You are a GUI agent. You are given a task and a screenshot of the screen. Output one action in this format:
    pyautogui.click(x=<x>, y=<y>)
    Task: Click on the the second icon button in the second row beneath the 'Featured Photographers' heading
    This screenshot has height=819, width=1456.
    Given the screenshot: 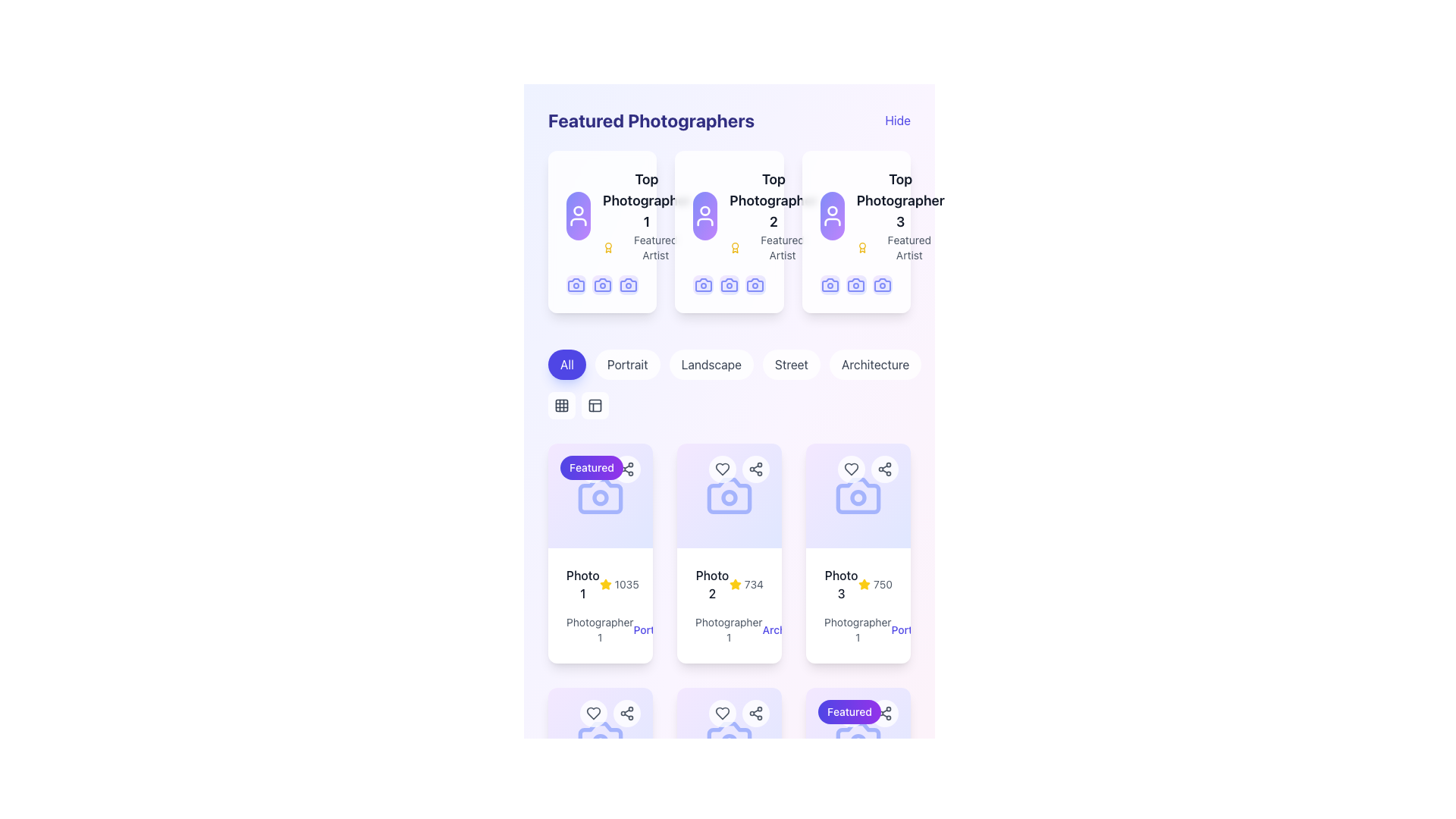 What is the action you would take?
    pyautogui.click(x=560, y=405)
    